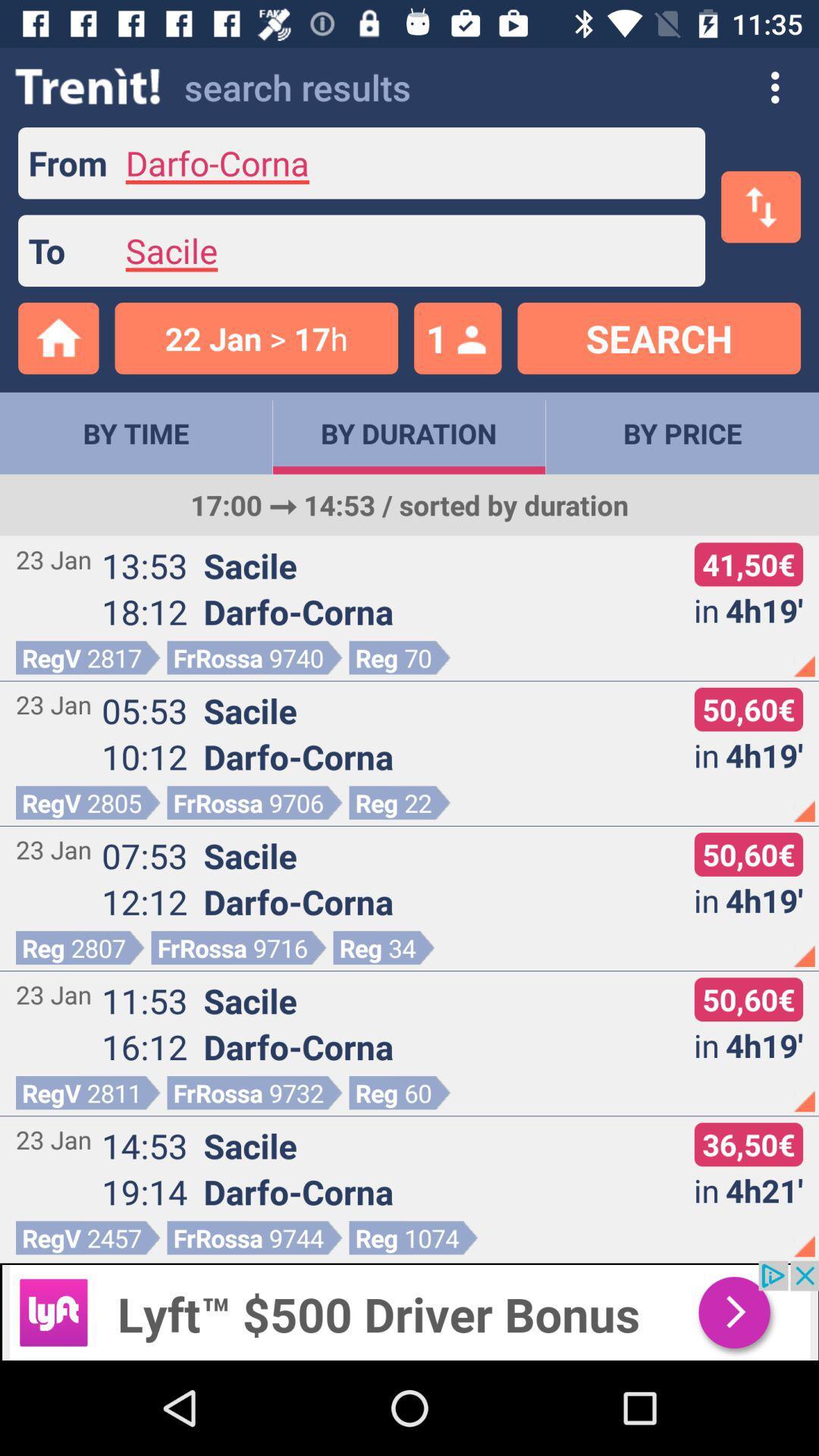  What do you see at coordinates (761, 206) in the screenshot?
I see `the swap icon` at bounding box center [761, 206].